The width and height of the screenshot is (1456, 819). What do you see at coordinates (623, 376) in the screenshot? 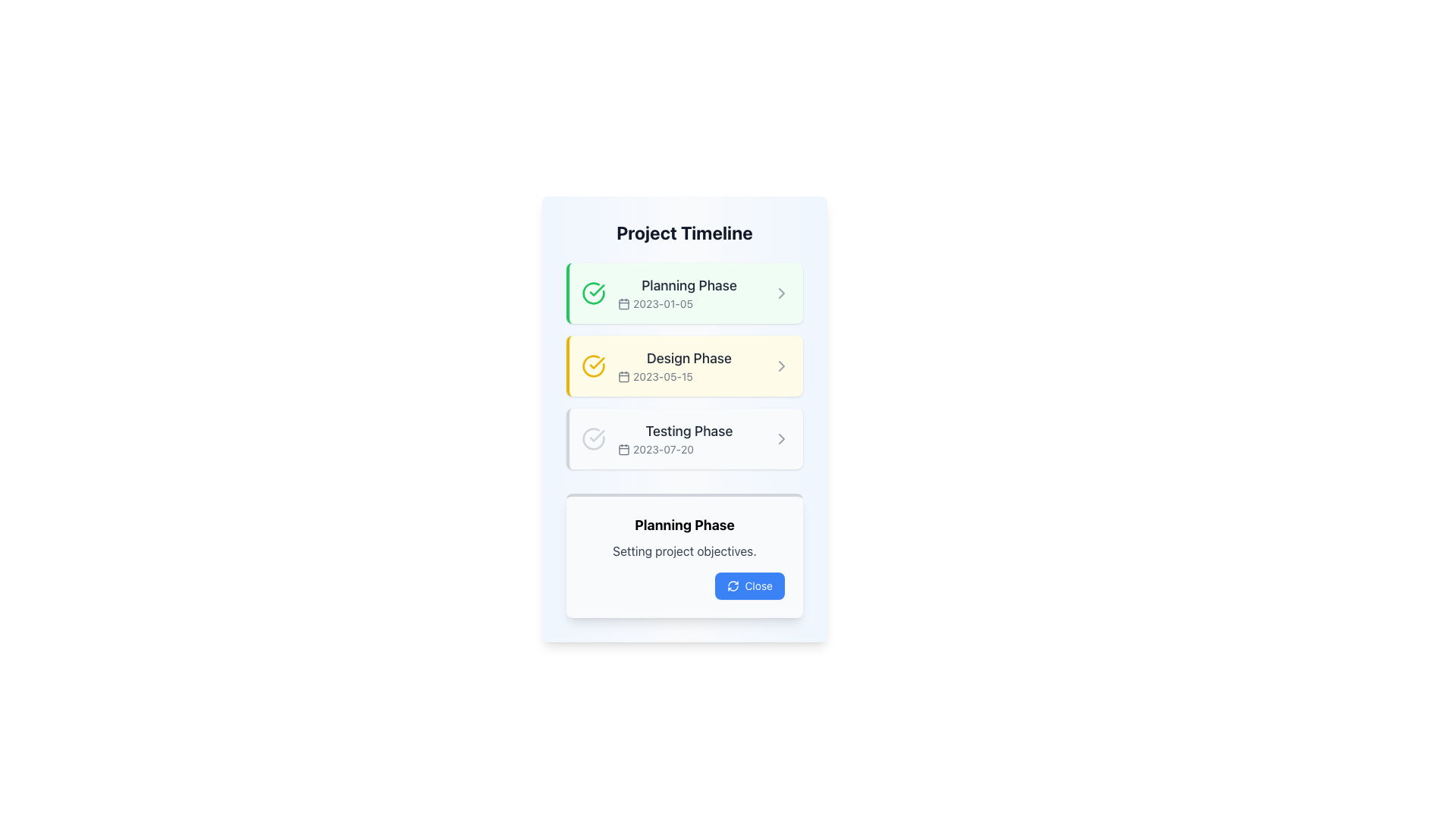
I see `the calendar icon located` at bounding box center [623, 376].